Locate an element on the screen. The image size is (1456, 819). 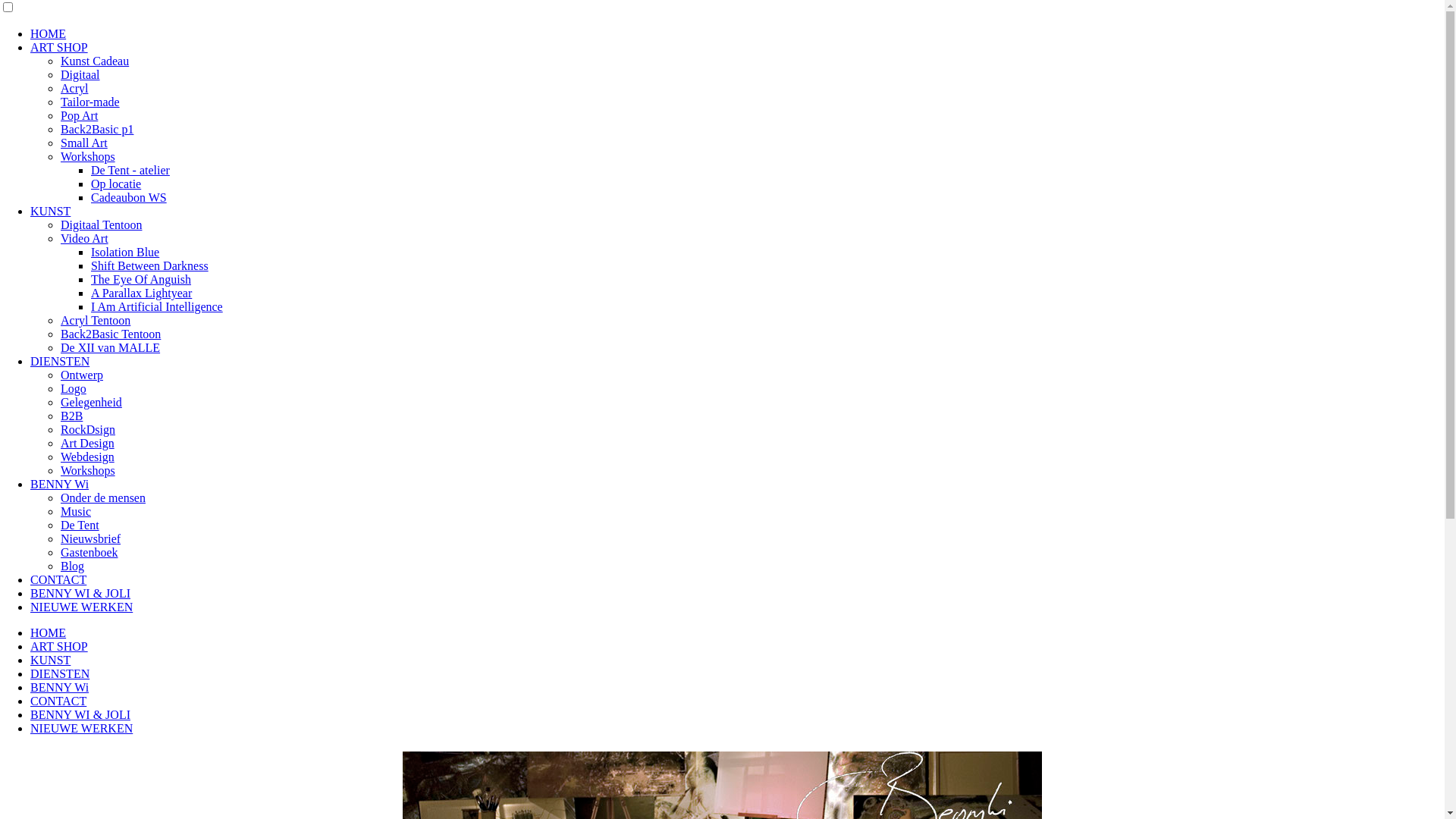
'Gelegenheid' is located at coordinates (90, 401).